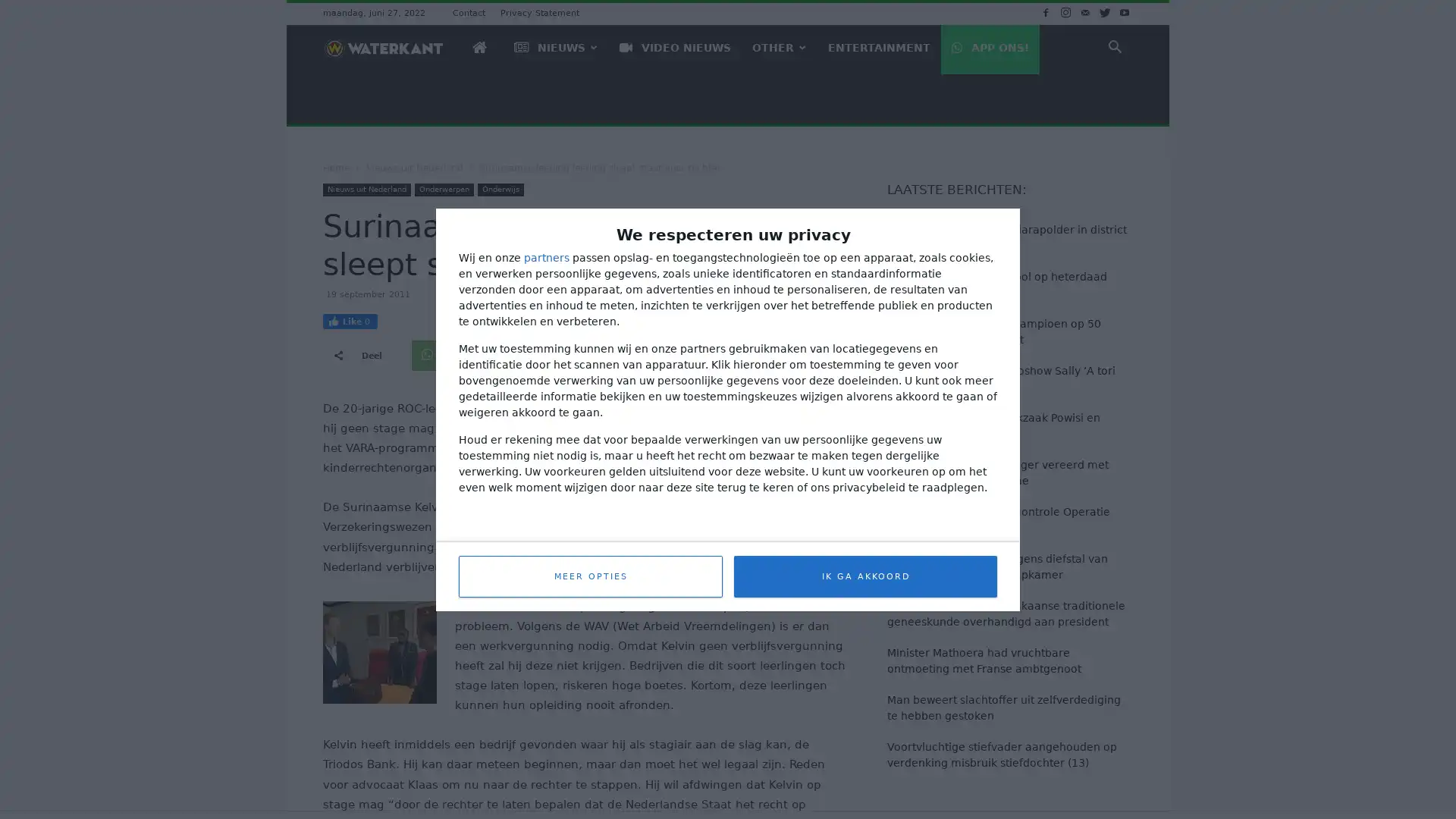  What do you see at coordinates (589, 576) in the screenshot?
I see `MEER OPTIES` at bounding box center [589, 576].